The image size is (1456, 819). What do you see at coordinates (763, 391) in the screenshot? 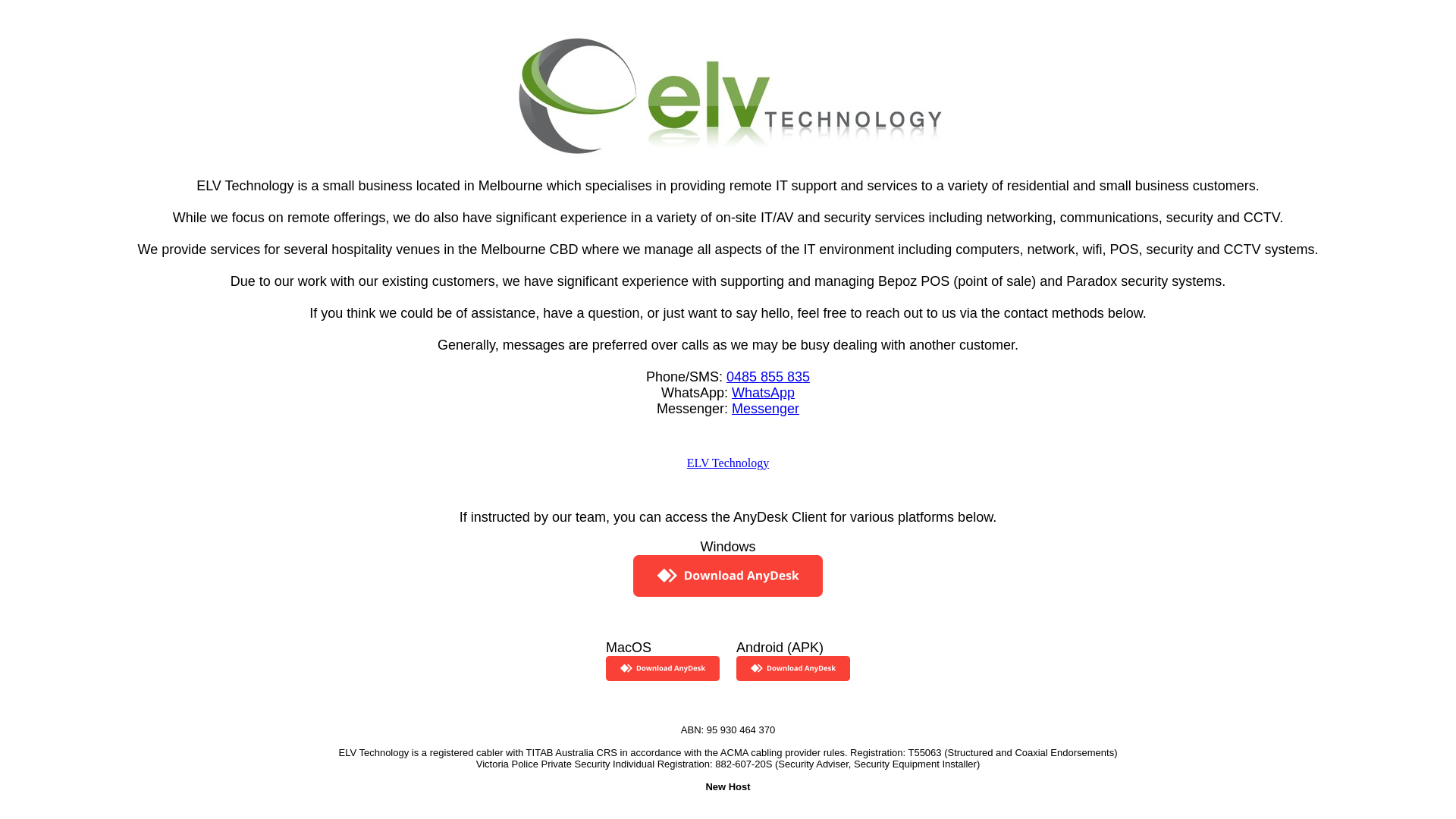
I see `'WhatsApp'` at bounding box center [763, 391].